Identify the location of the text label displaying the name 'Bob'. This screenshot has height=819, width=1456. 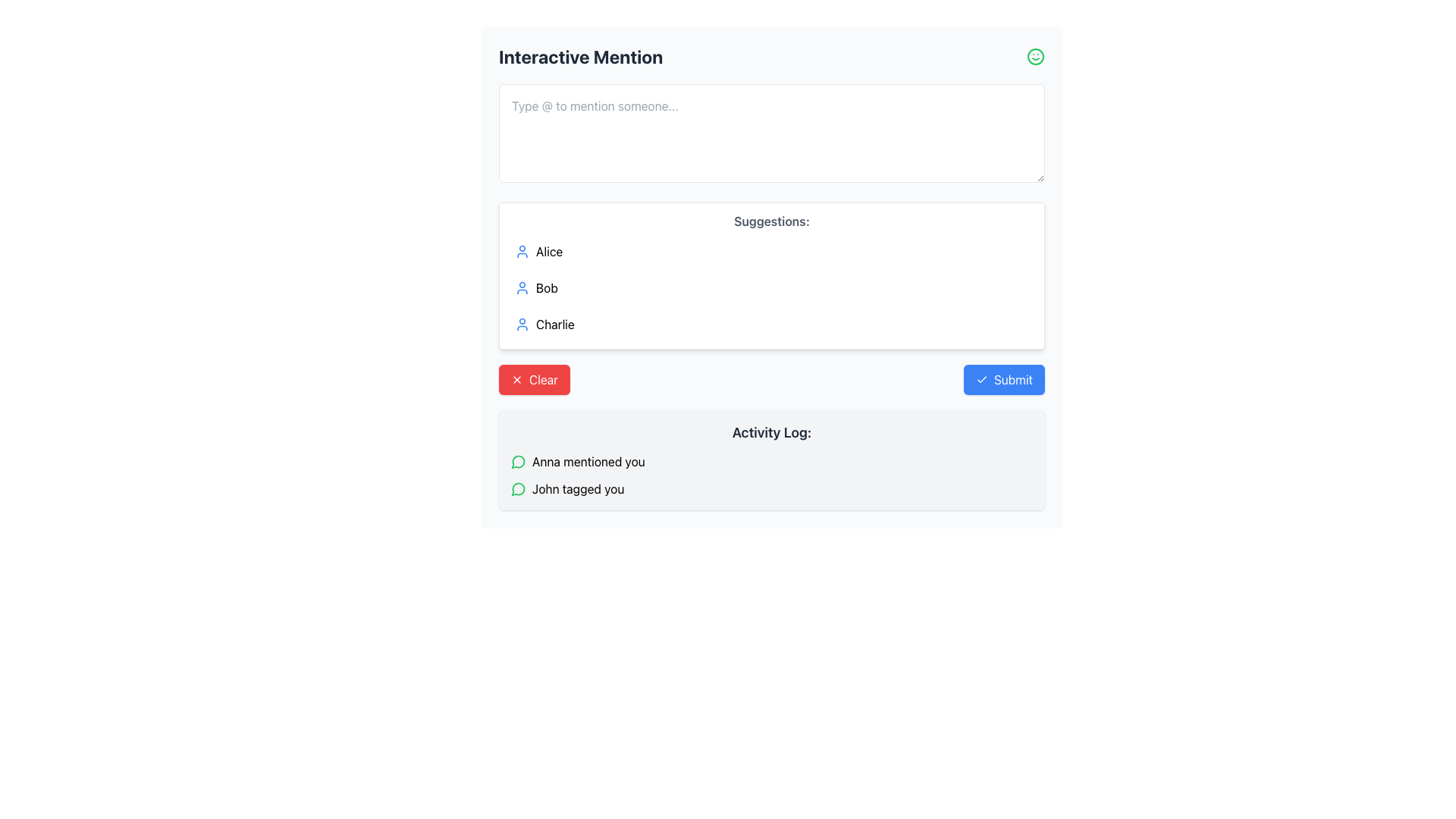
(546, 288).